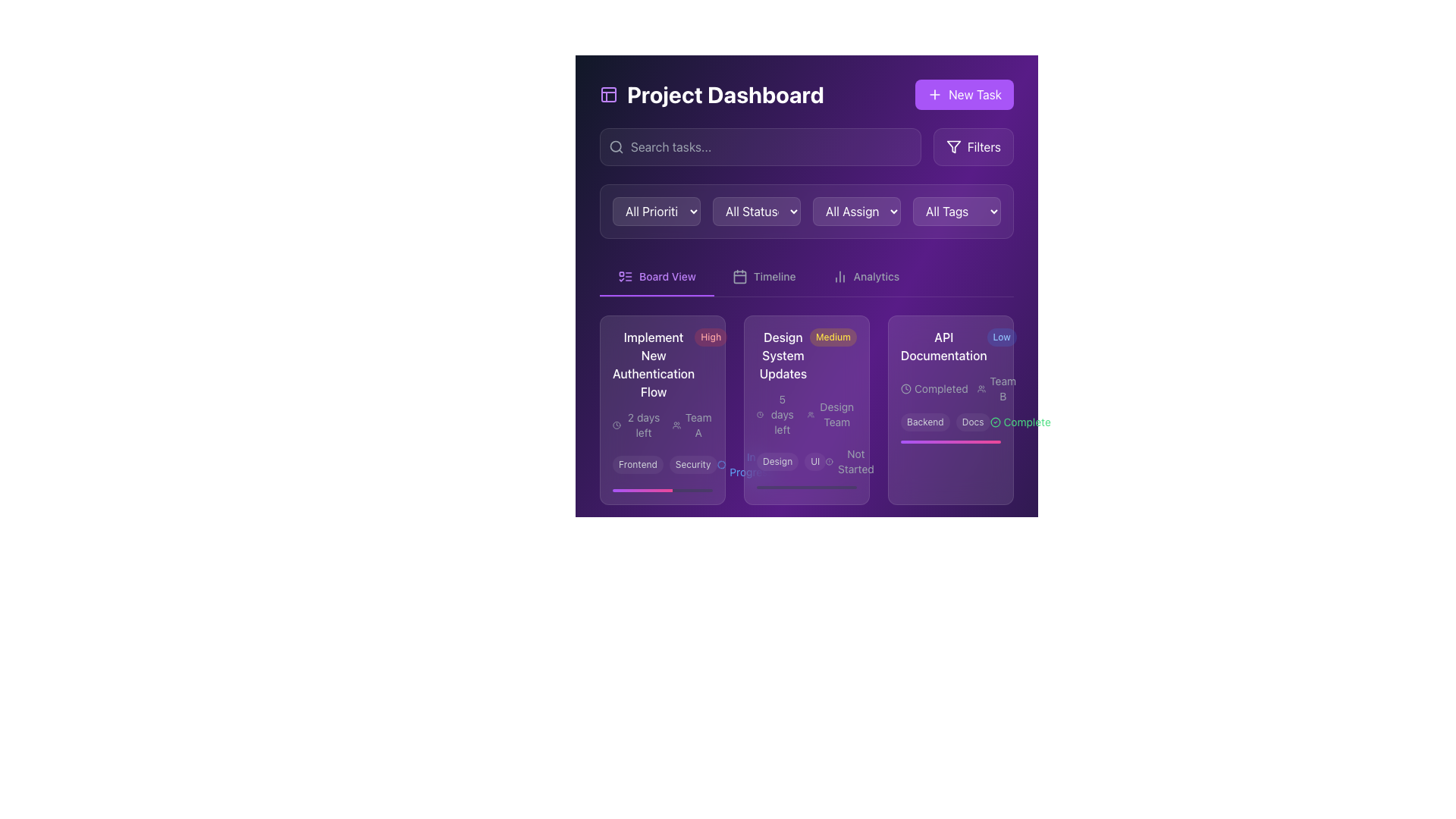 This screenshot has height=819, width=1456. I want to click on the Tag group element located within the 'Design System Updates' card, positioned near the bottom in the second column of cards on the board interface, so click(806, 461).